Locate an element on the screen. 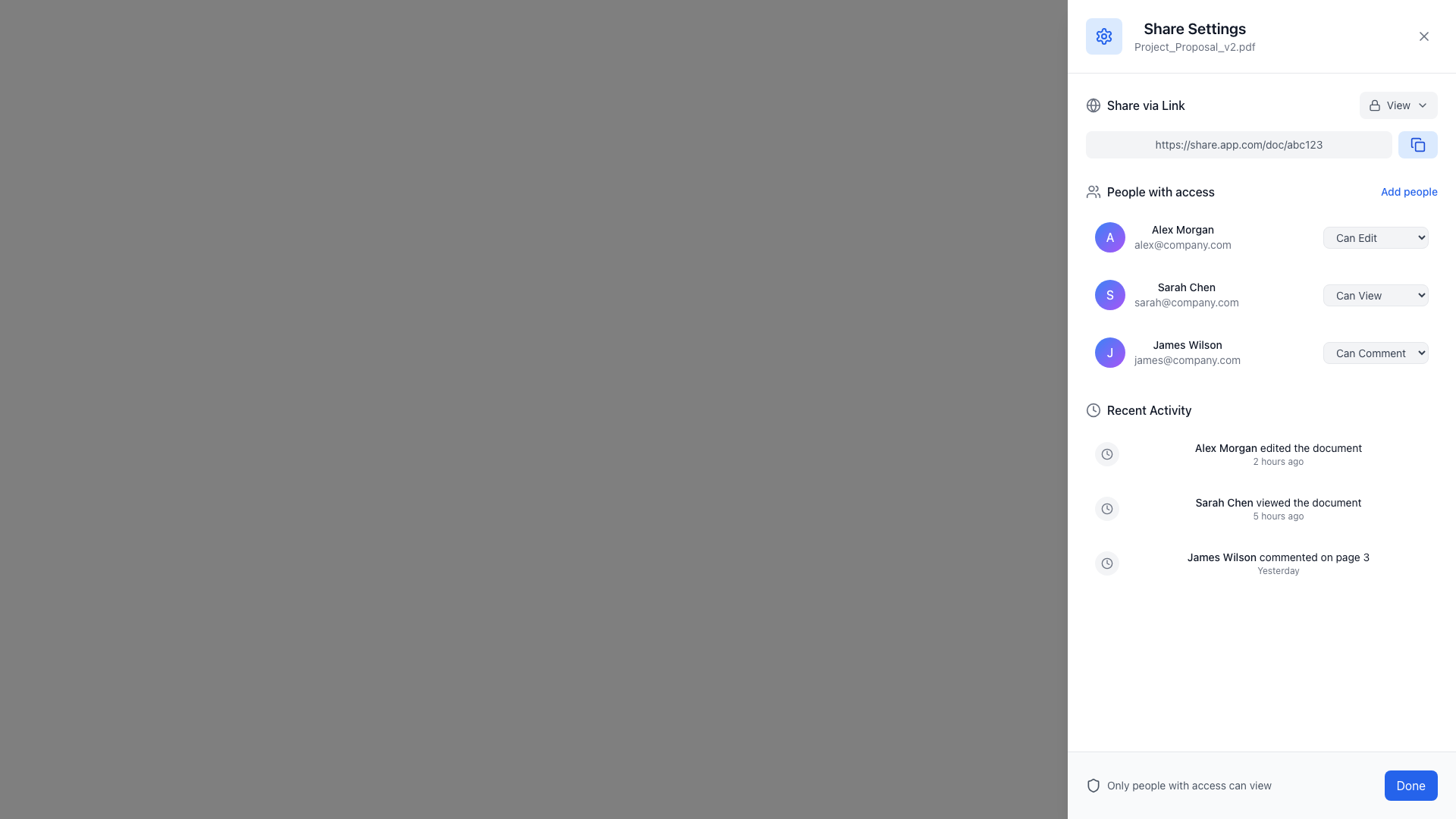 The image size is (1456, 819). an option from the dropdown menu labeled 'Can View' located to the right of 'Sarah Chen' in the 'People with access' list is located at coordinates (1376, 295).